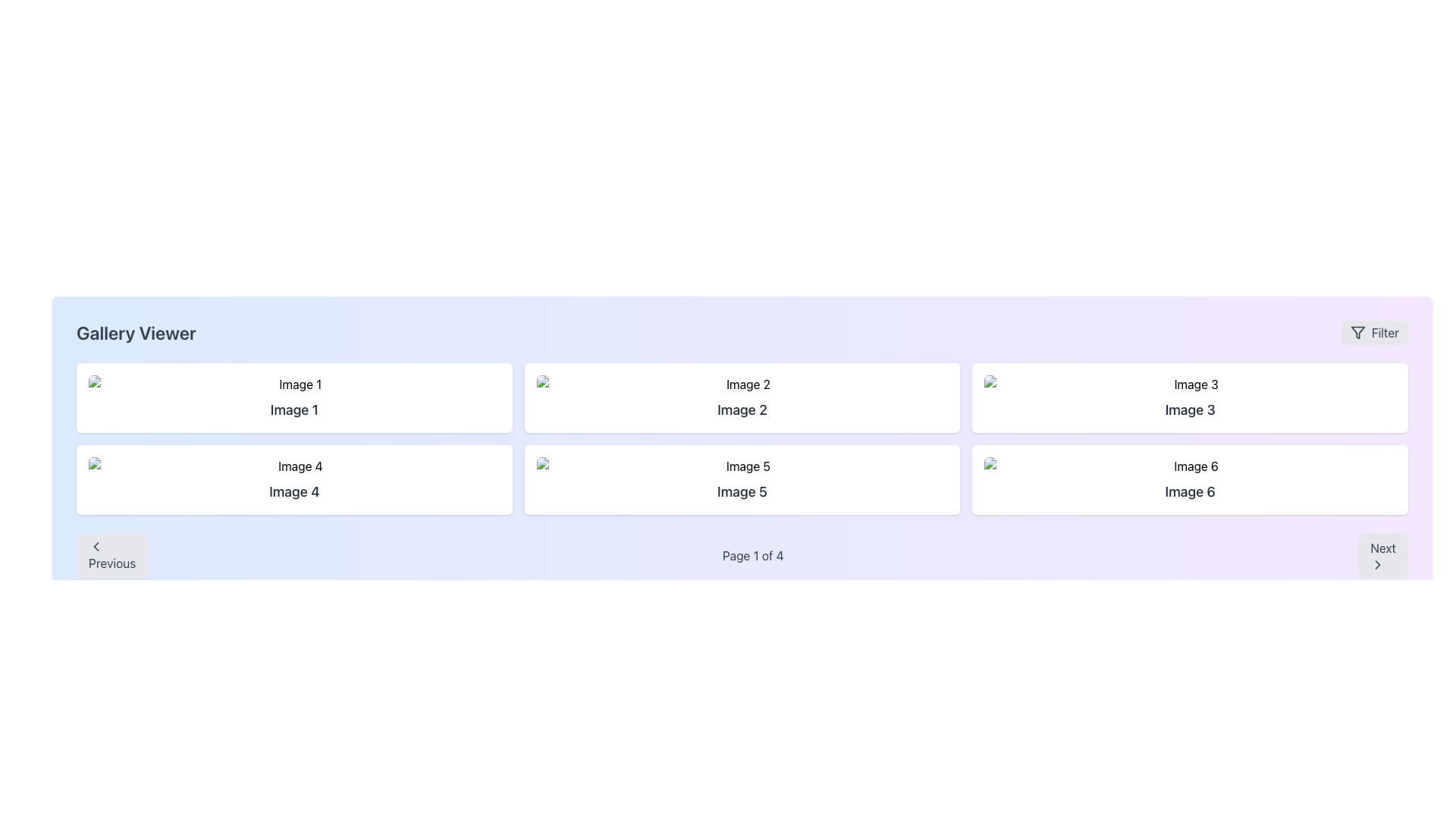 This screenshot has height=819, width=1456. What do you see at coordinates (742, 397) in the screenshot?
I see `the second card in the grid layout that displays 'Image 2' and its label` at bounding box center [742, 397].